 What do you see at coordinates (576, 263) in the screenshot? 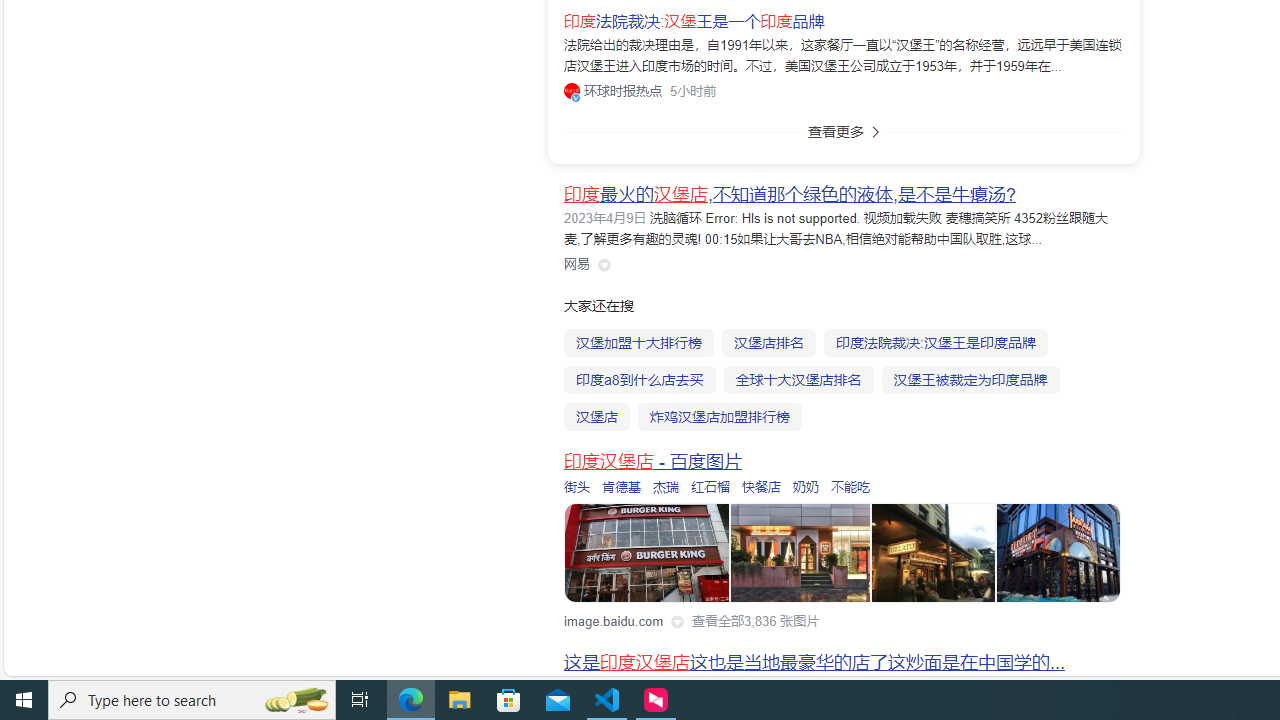
I see `'Class: siteLink_9TPP3'` at bounding box center [576, 263].